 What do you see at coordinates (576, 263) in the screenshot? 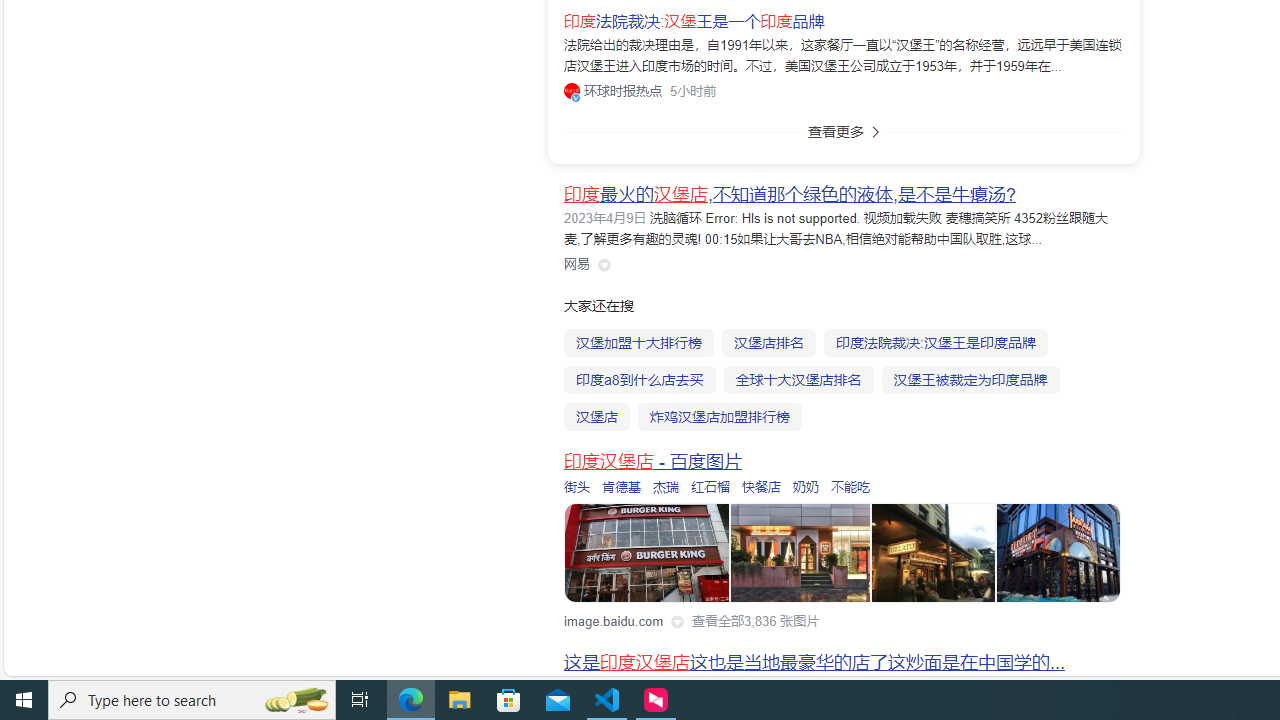
I see `'Class: siteLink_9TPP3'` at bounding box center [576, 263].